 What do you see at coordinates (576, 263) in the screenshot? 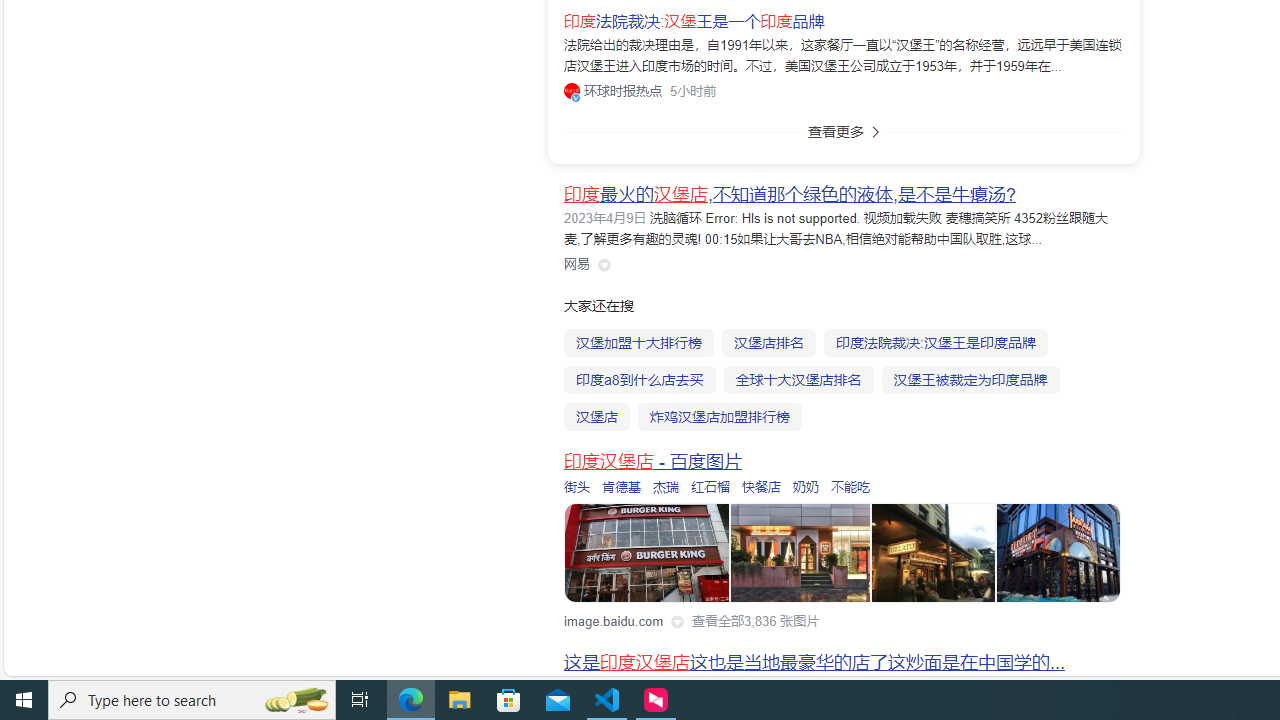
I see `'Class: siteLink_9TPP3'` at bounding box center [576, 263].